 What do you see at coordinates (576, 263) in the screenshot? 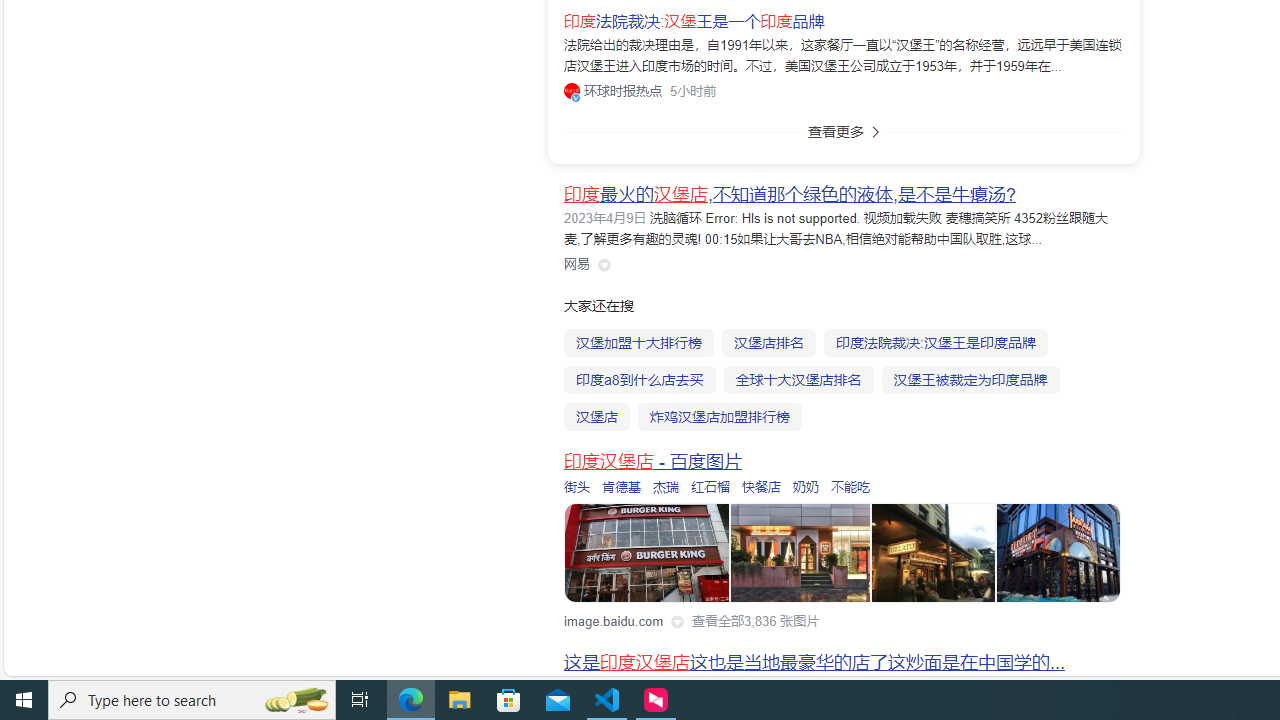
I see `'Class: siteLink_9TPP3'` at bounding box center [576, 263].